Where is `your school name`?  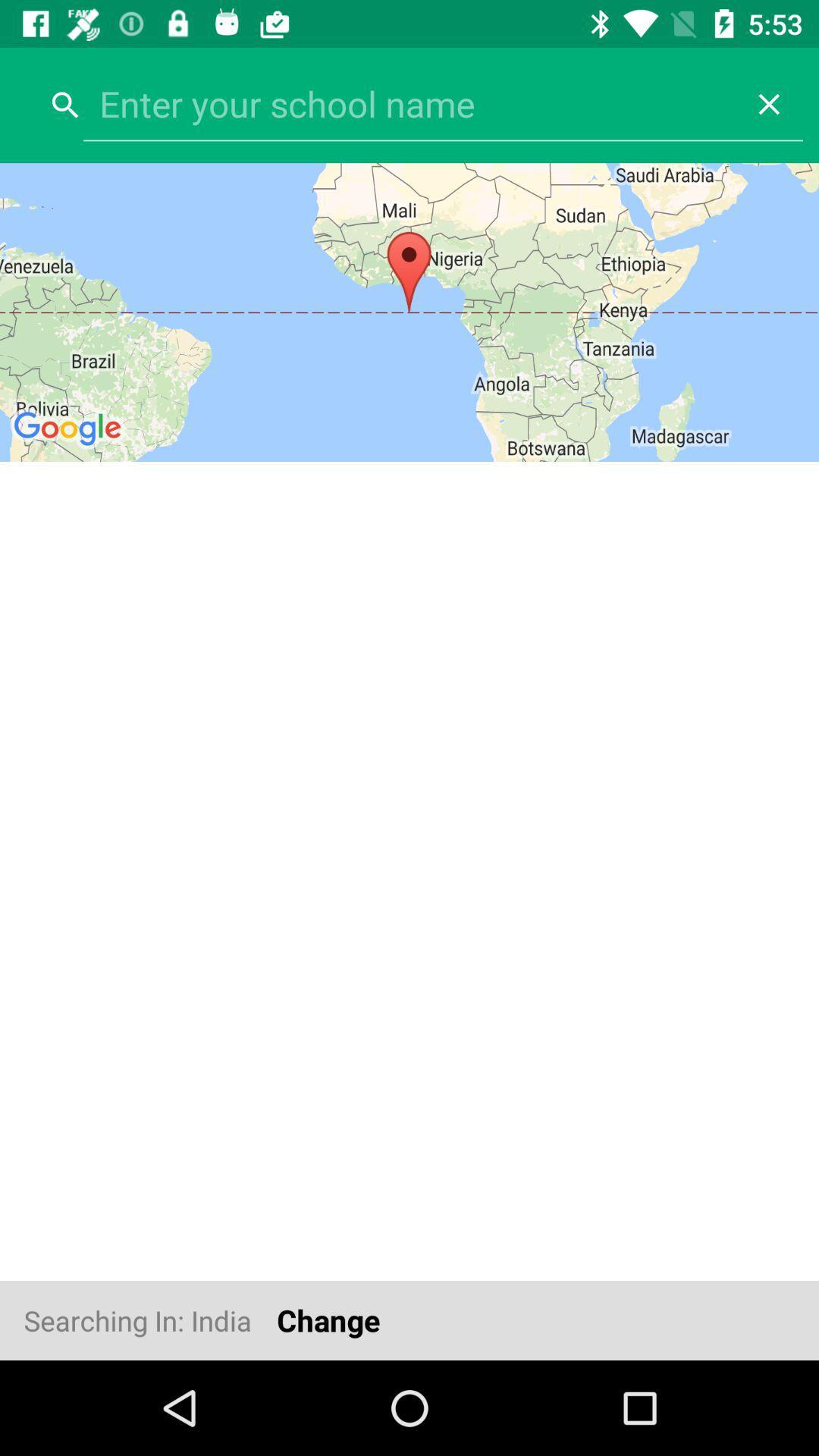 your school name is located at coordinates (409, 103).